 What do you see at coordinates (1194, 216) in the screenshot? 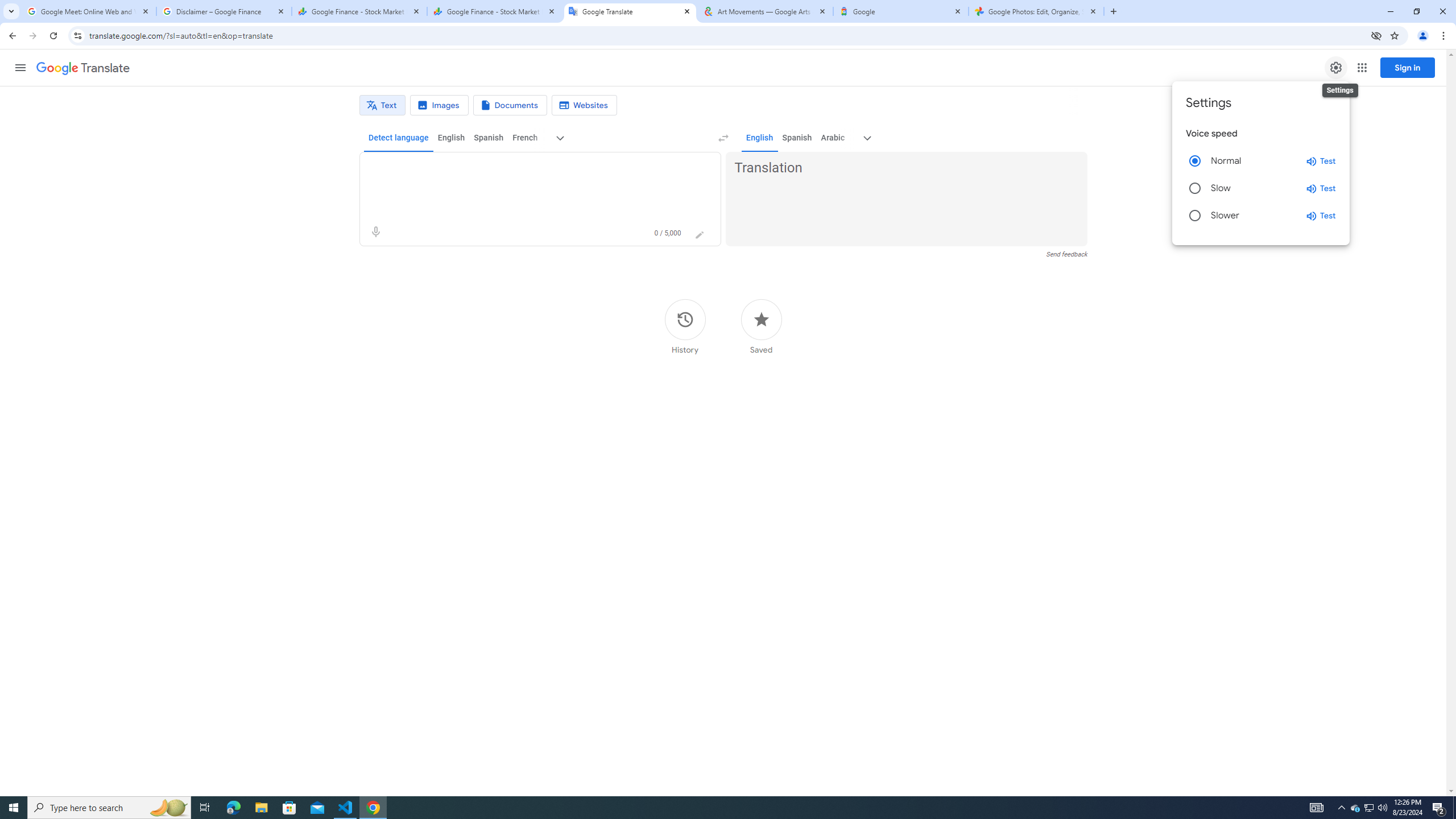
I see `'Slower'` at bounding box center [1194, 216].